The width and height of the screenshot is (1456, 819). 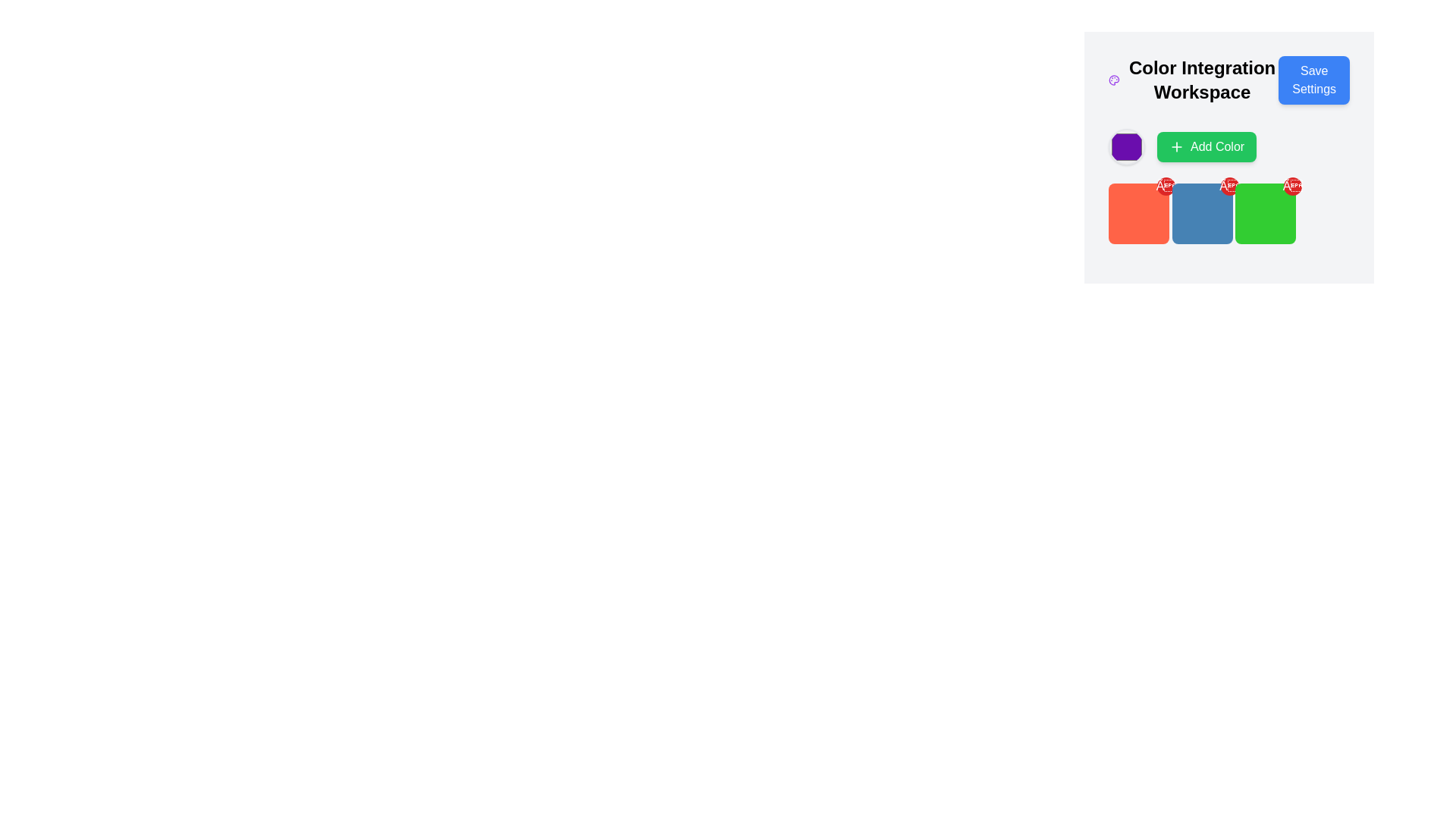 I want to click on the delete button located in the top-right corner of the associated green rectangular color tile in the grid of color tiles, so click(x=1229, y=186).